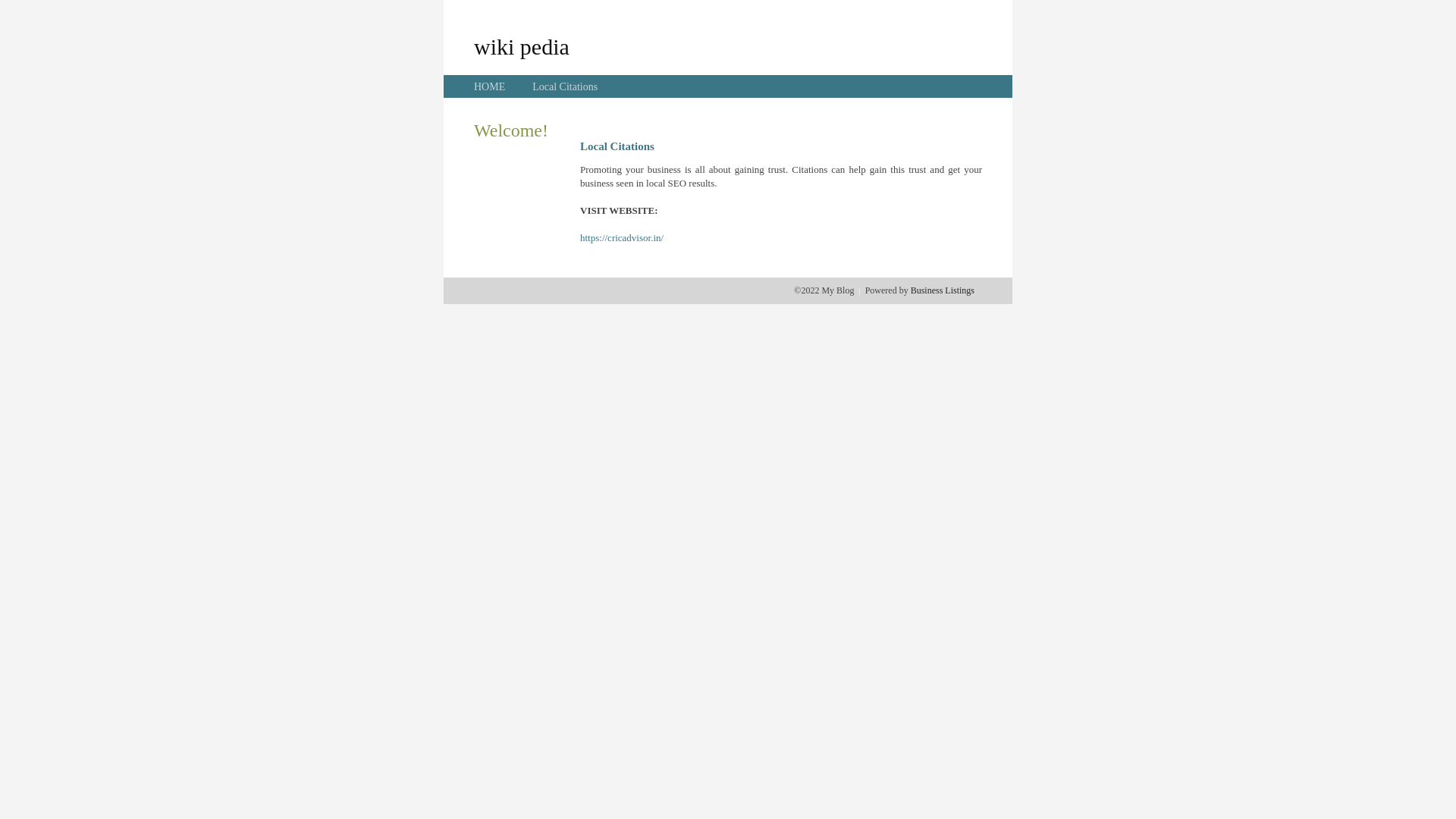 The image size is (1456, 819). I want to click on 'wiki pedia', so click(472, 45).